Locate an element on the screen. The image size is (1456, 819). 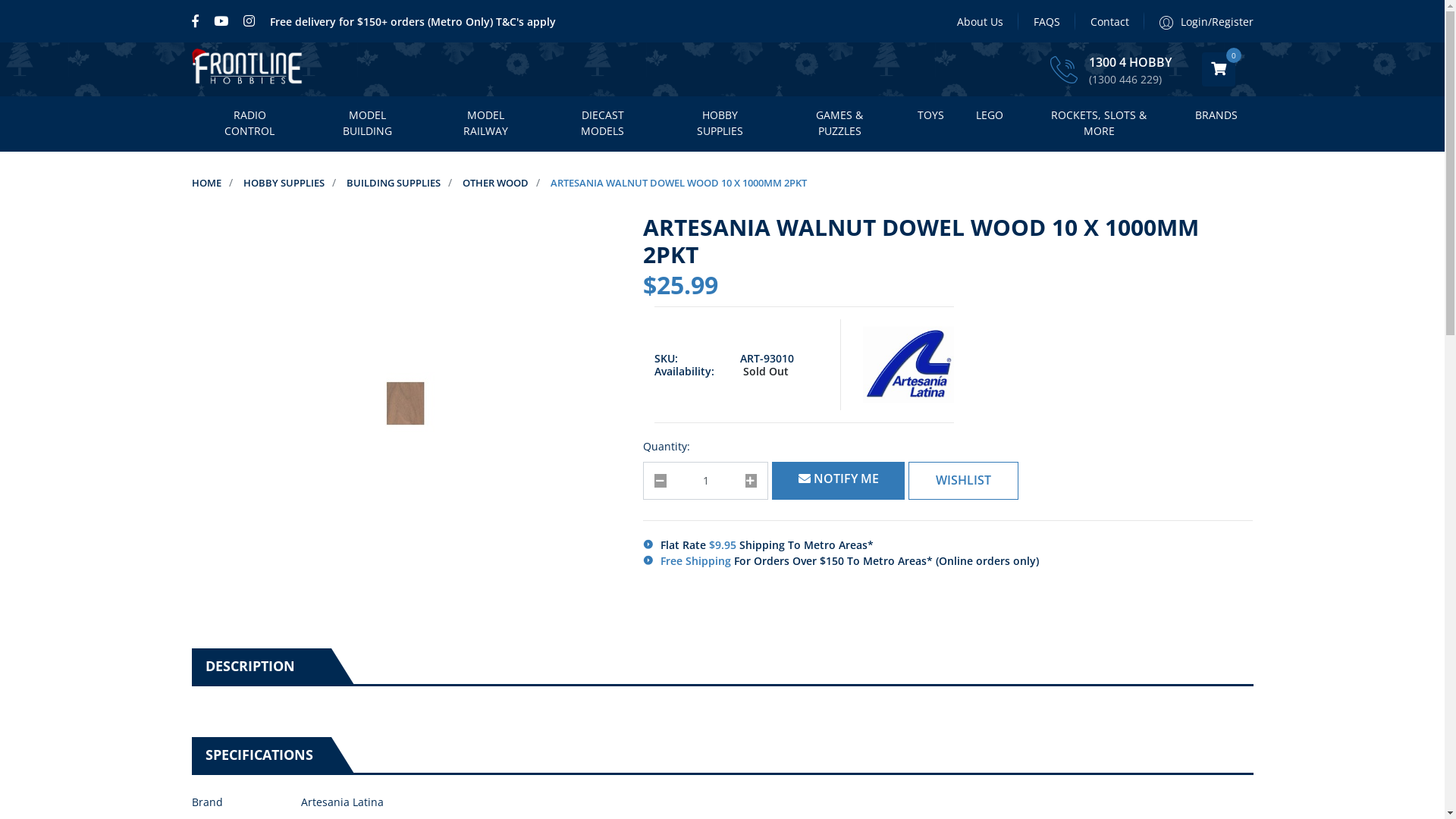
'Frontline Hobbies on Instagram' is located at coordinates (248, 20).